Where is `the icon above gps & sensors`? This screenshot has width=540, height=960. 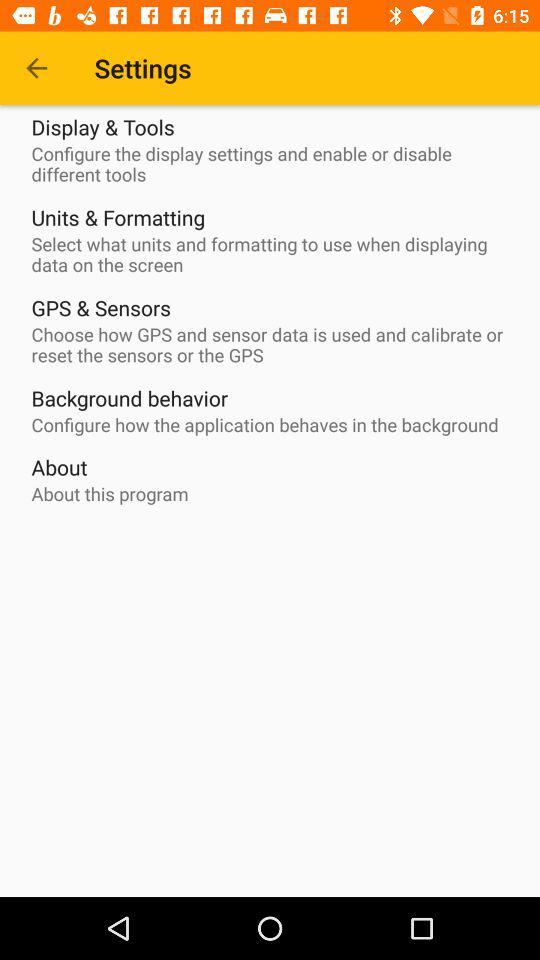
the icon above gps & sensors is located at coordinates (274, 253).